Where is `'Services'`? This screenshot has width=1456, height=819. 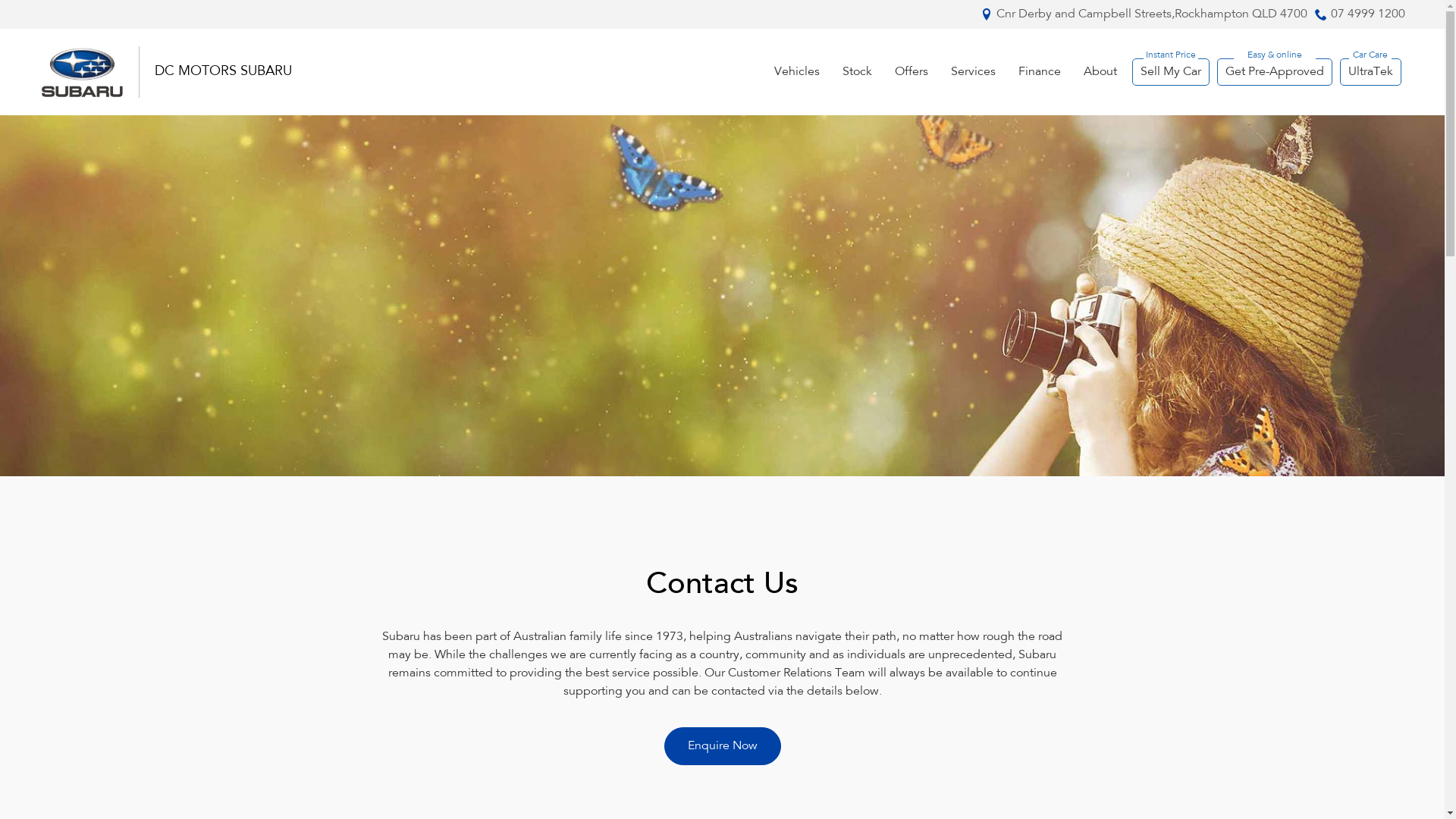 'Services' is located at coordinates (972, 72).